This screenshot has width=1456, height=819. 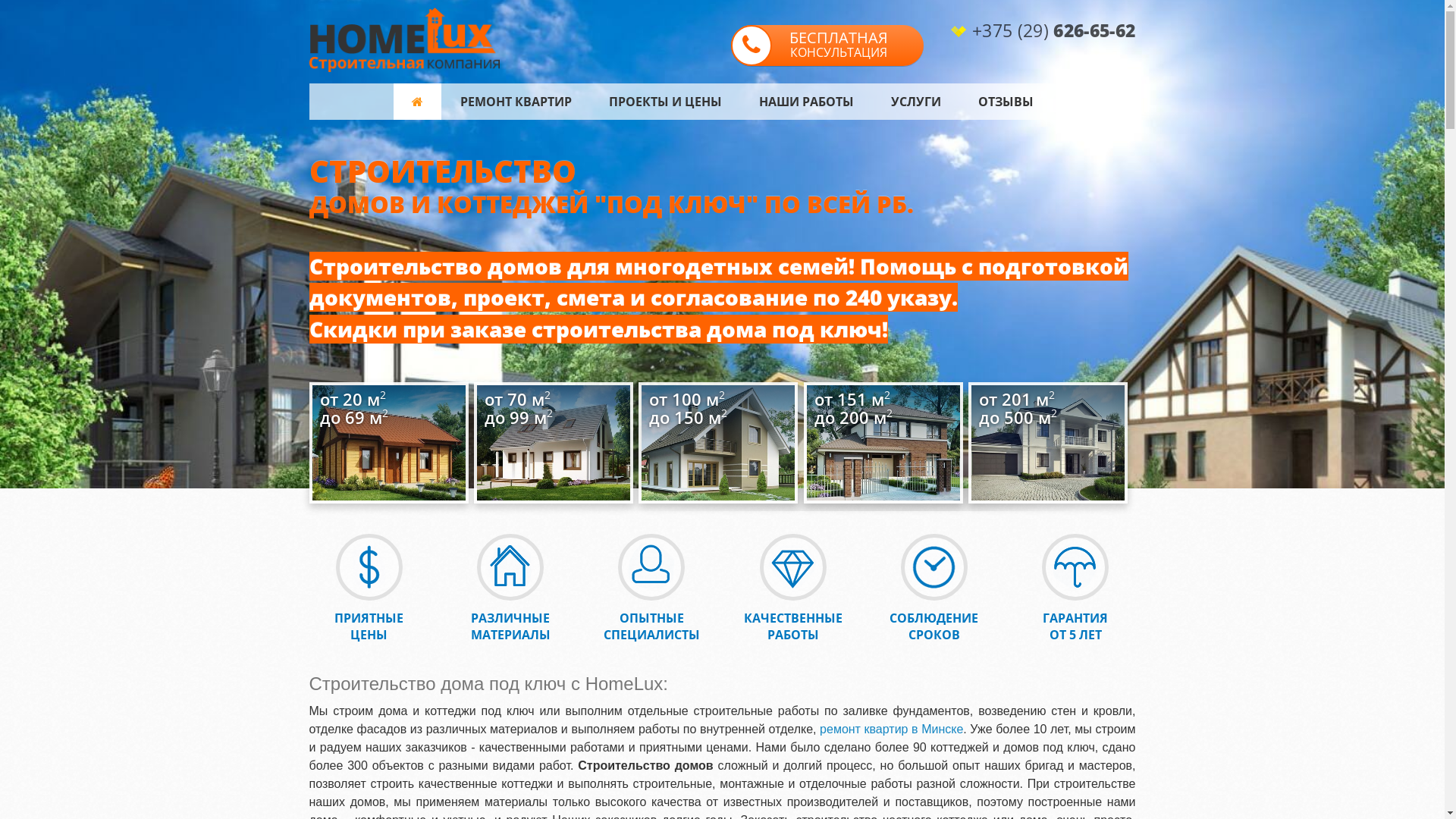 What do you see at coordinates (1053, 30) in the screenshot?
I see `'+375 (29) 626-65-62'` at bounding box center [1053, 30].